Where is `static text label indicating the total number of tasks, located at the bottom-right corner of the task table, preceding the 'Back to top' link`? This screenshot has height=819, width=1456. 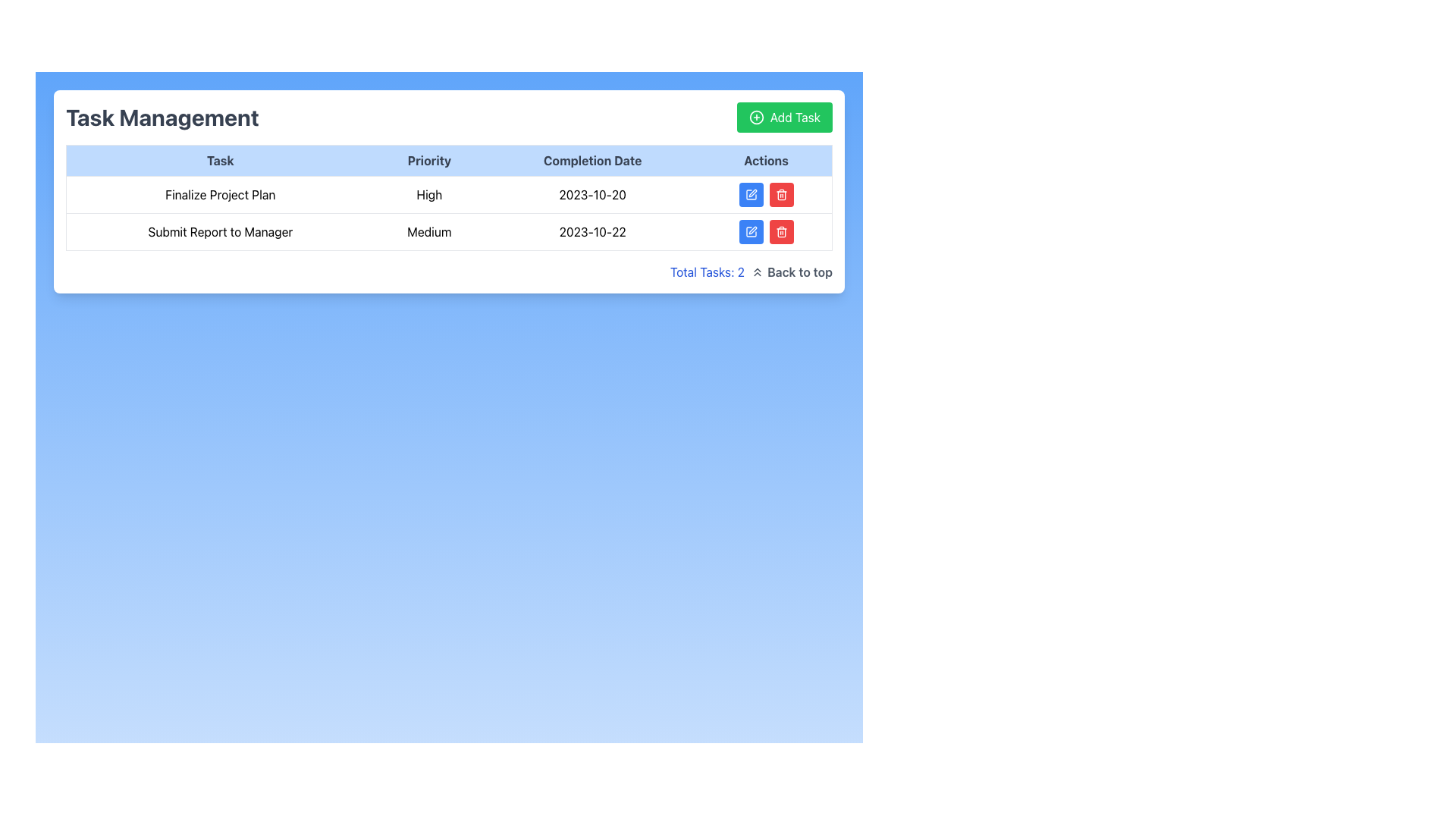 static text label indicating the total number of tasks, located at the bottom-right corner of the task table, preceding the 'Back to top' link is located at coordinates (706, 271).